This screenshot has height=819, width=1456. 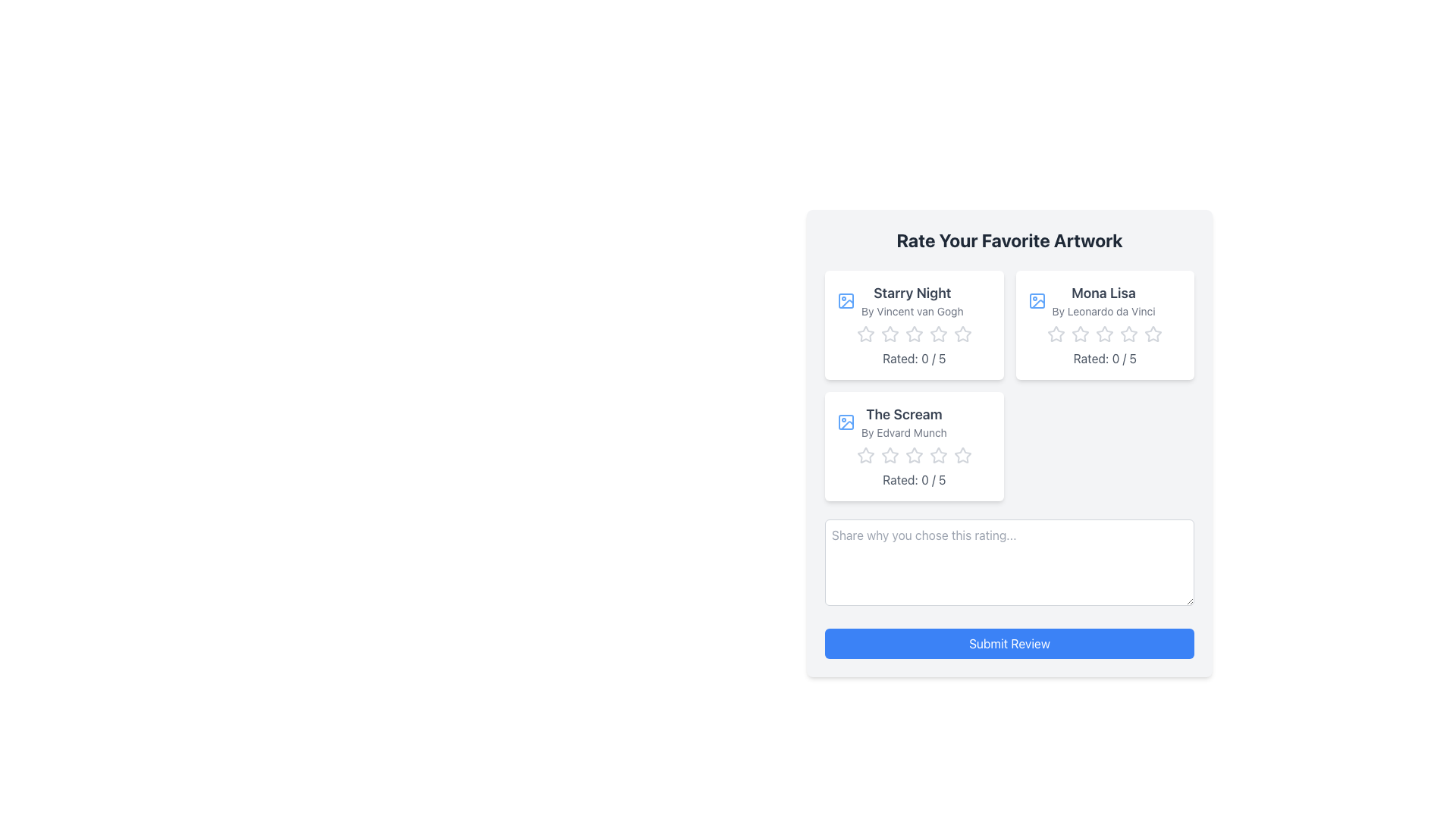 I want to click on the light blue Decorative Rectangle with rounded corners that is part of the image icon next to 'Mona Lisa' in the 'Rate Your Favorite Artwork' list, so click(x=1036, y=301).